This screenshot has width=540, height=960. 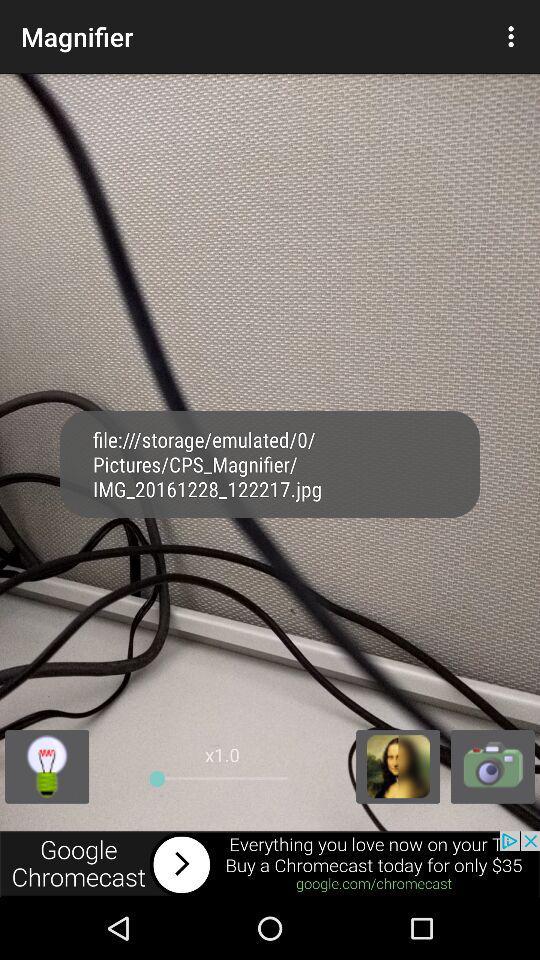 I want to click on sponsored content, so click(x=270, y=863).